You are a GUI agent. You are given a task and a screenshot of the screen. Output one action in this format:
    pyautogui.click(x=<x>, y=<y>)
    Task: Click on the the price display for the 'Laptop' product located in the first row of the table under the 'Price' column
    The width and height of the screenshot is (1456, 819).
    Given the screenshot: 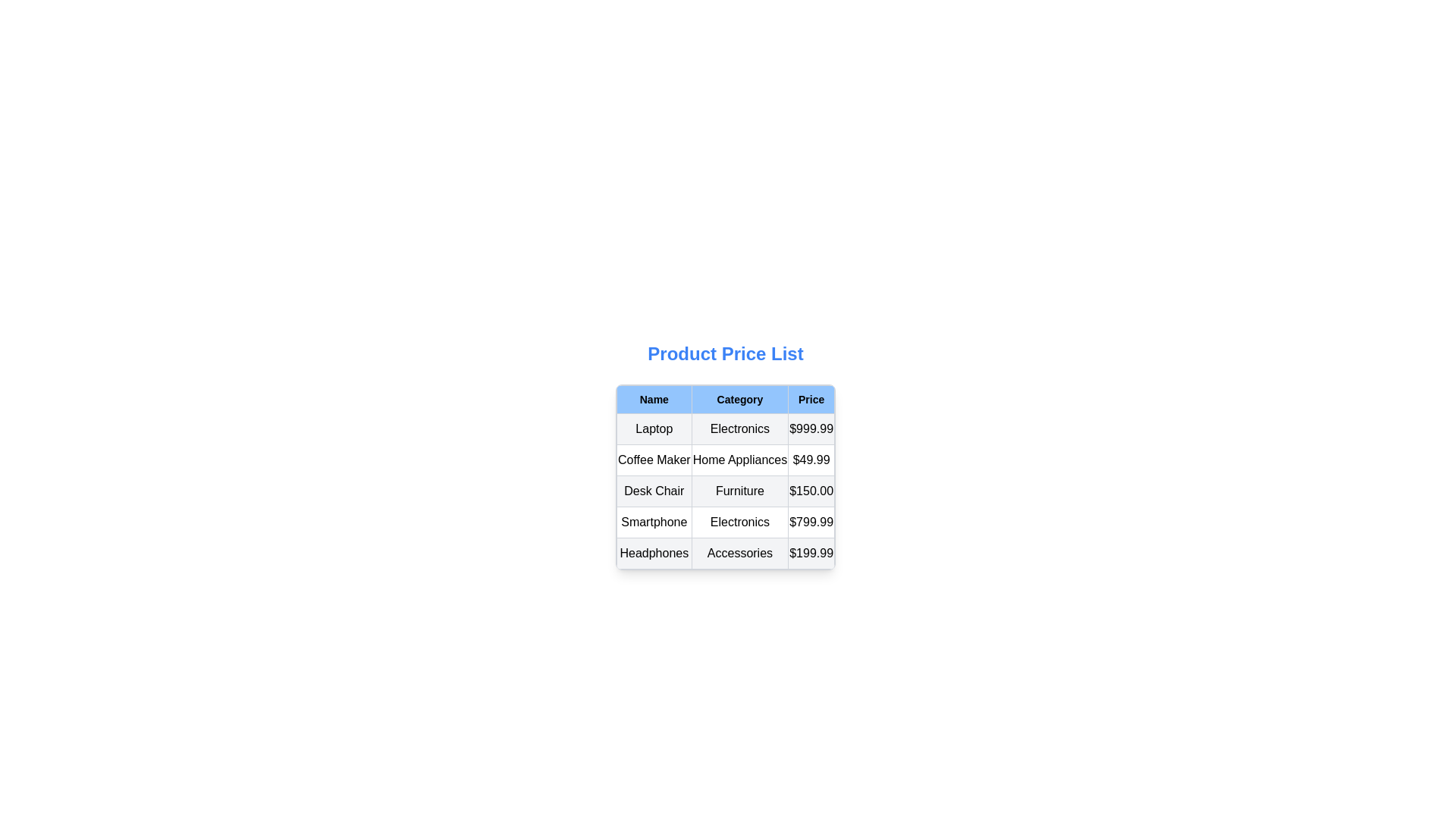 What is the action you would take?
    pyautogui.click(x=811, y=429)
    